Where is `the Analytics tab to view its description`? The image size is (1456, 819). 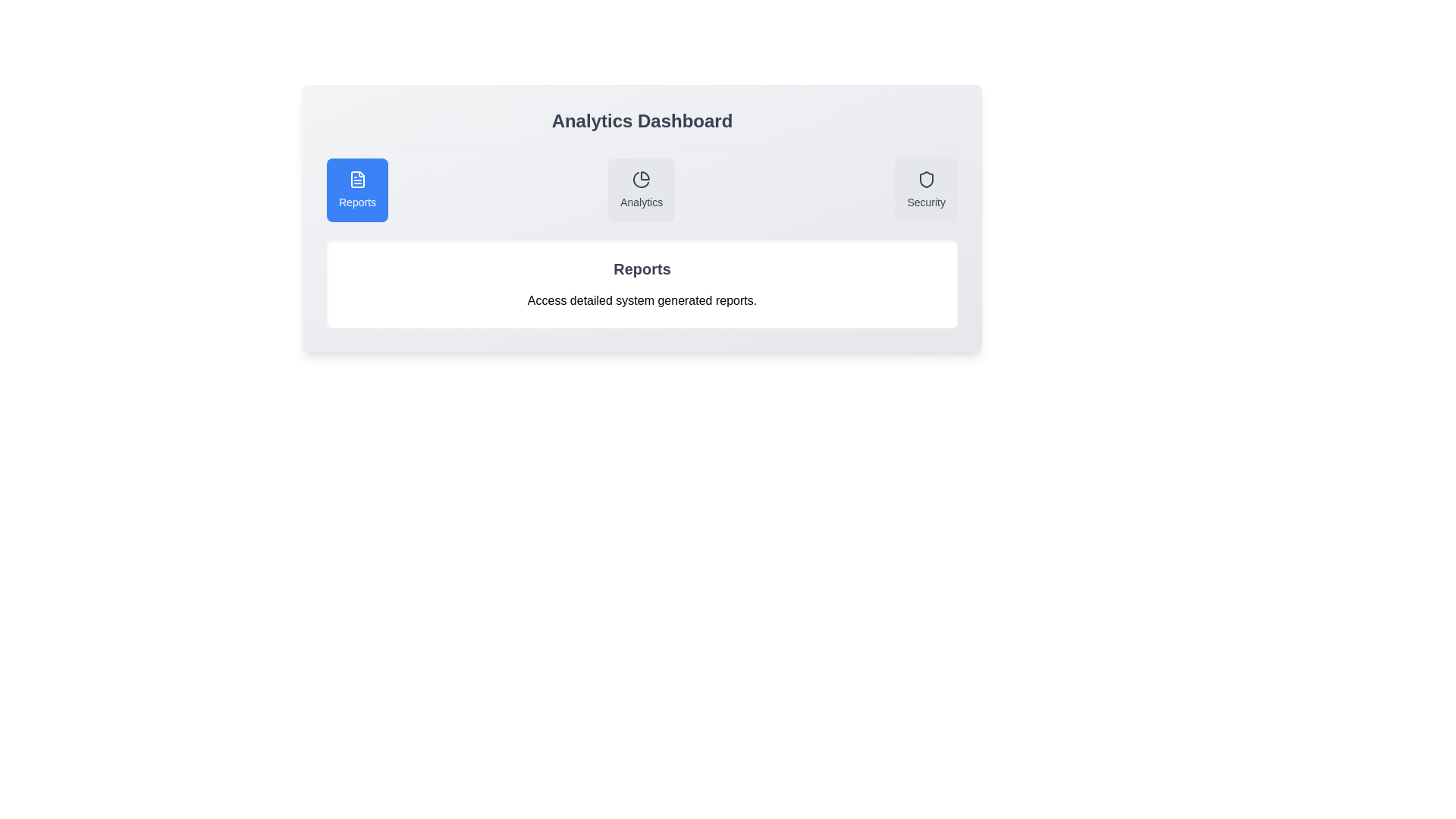 the Analytics tab to view its description is located at coordinates (642, 189).